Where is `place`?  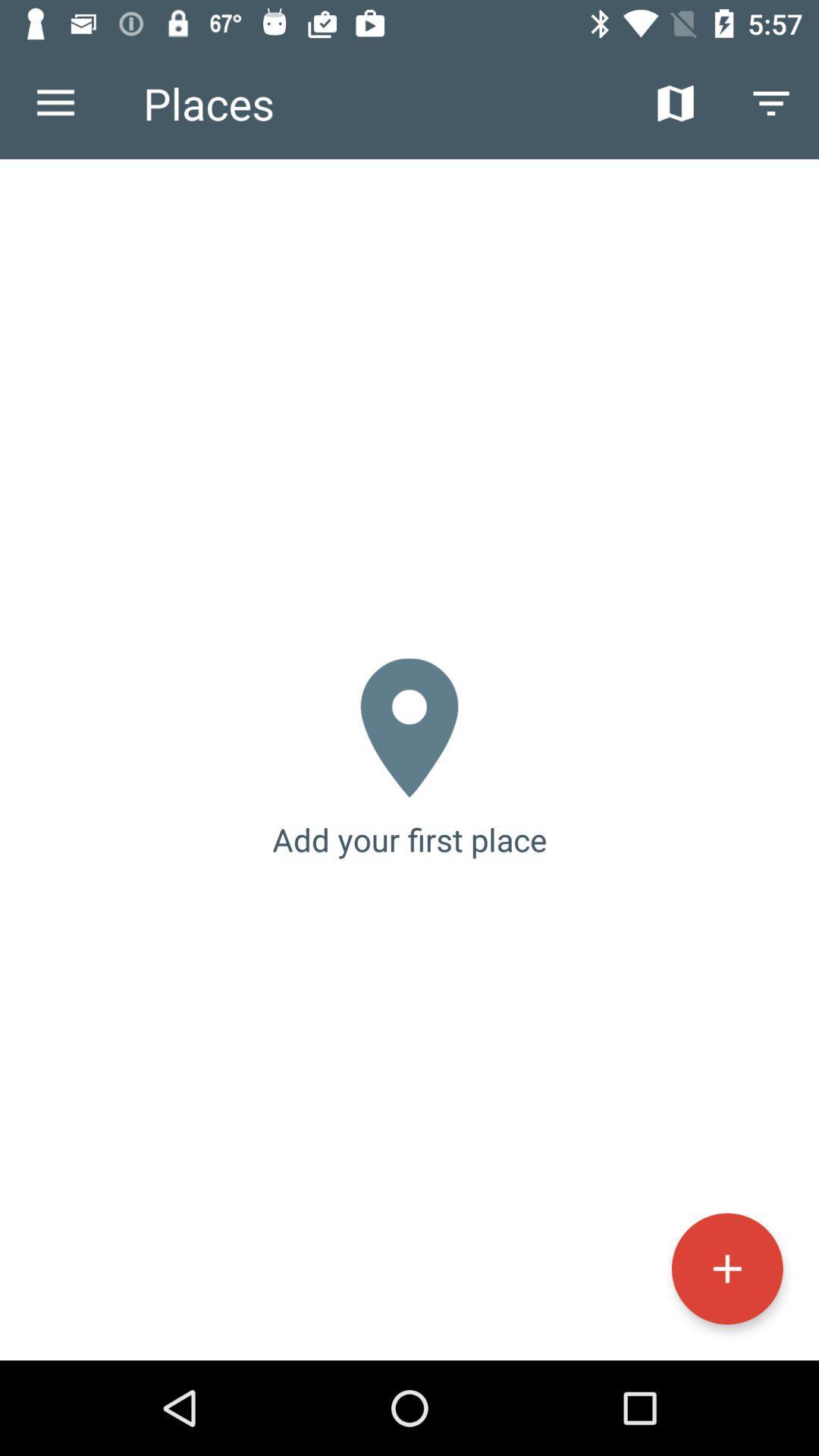
place is located at coordinates (726, 1269).